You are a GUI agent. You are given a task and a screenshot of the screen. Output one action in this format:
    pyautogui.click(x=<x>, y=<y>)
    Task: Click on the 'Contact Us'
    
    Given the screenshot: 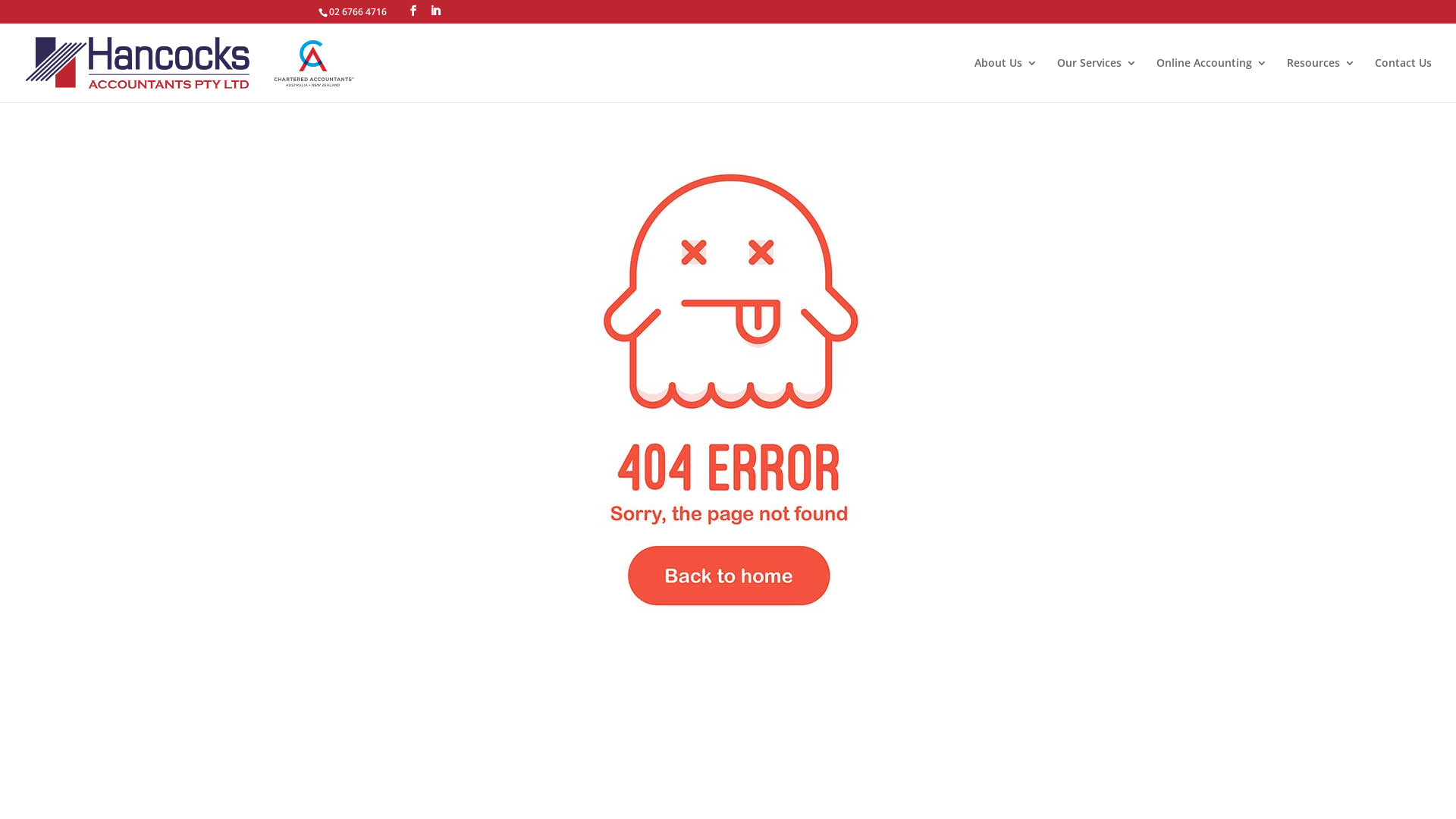 What is the action you would take?
    pyautogui.click(x=1402, y=80)
    